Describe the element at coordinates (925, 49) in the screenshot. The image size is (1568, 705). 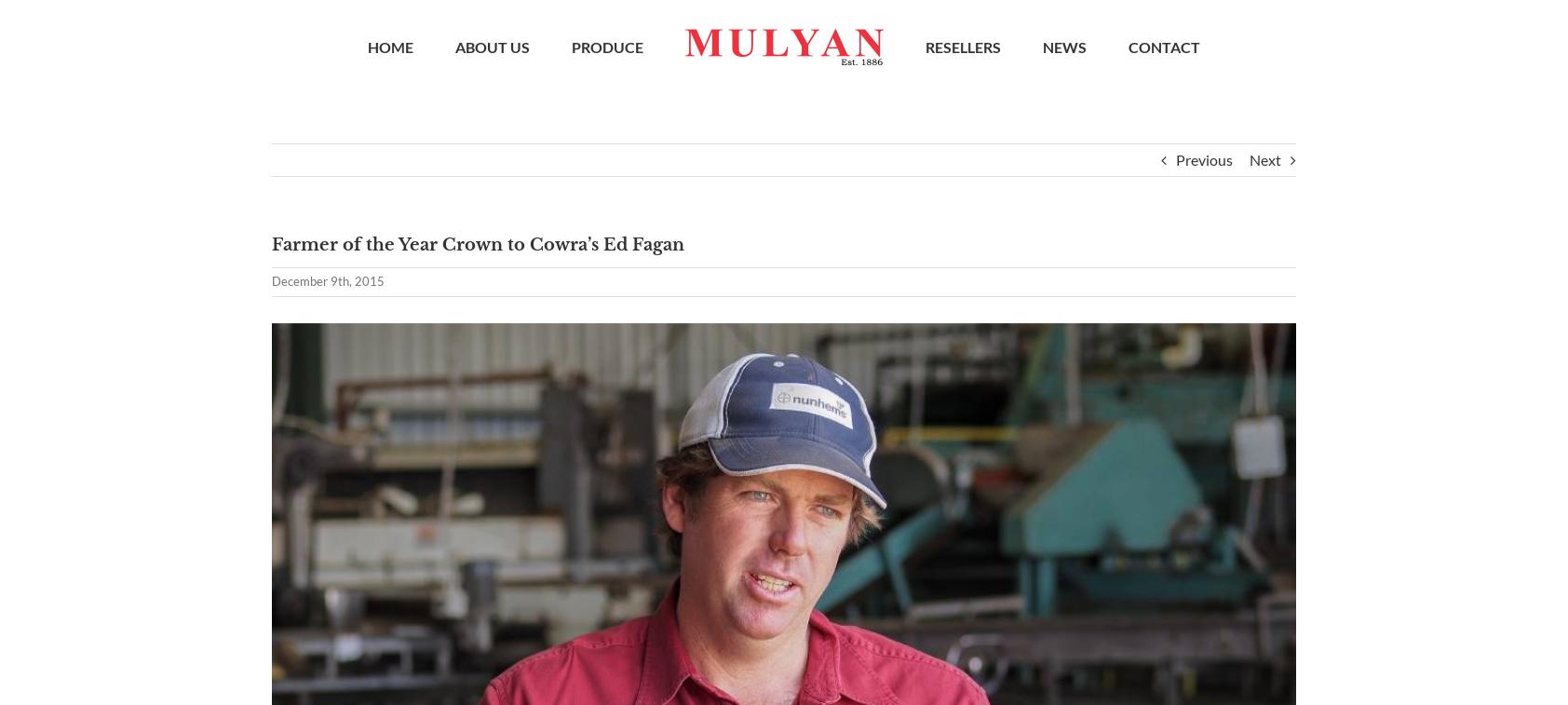
I see `'RESELLERS'` at that location.